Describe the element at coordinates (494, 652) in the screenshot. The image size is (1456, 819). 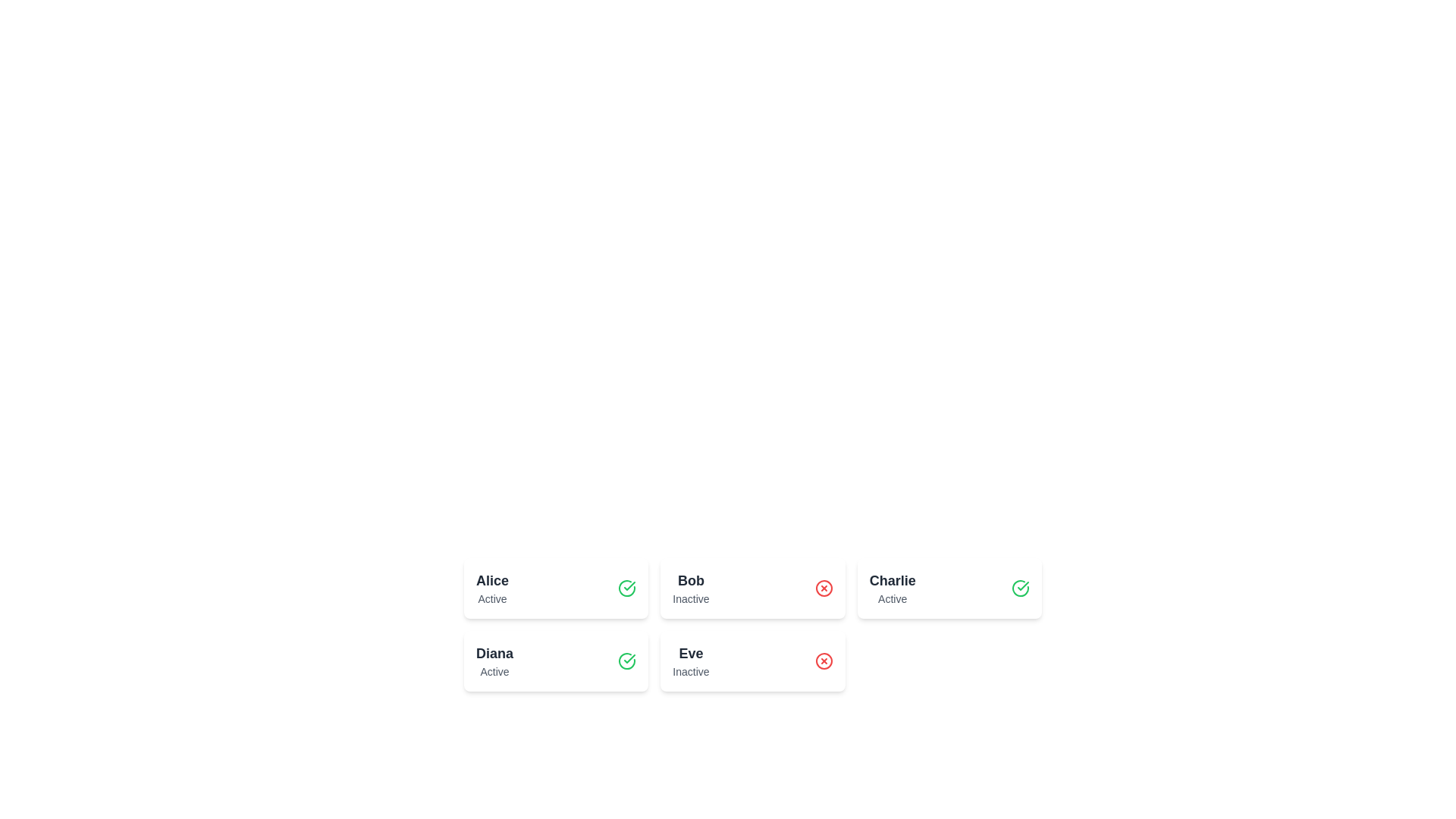
I see `the Text Label displaying 'Diana' in bold, large dark gray font, which is the first text element in the second box of a grid of user cards` at that location.